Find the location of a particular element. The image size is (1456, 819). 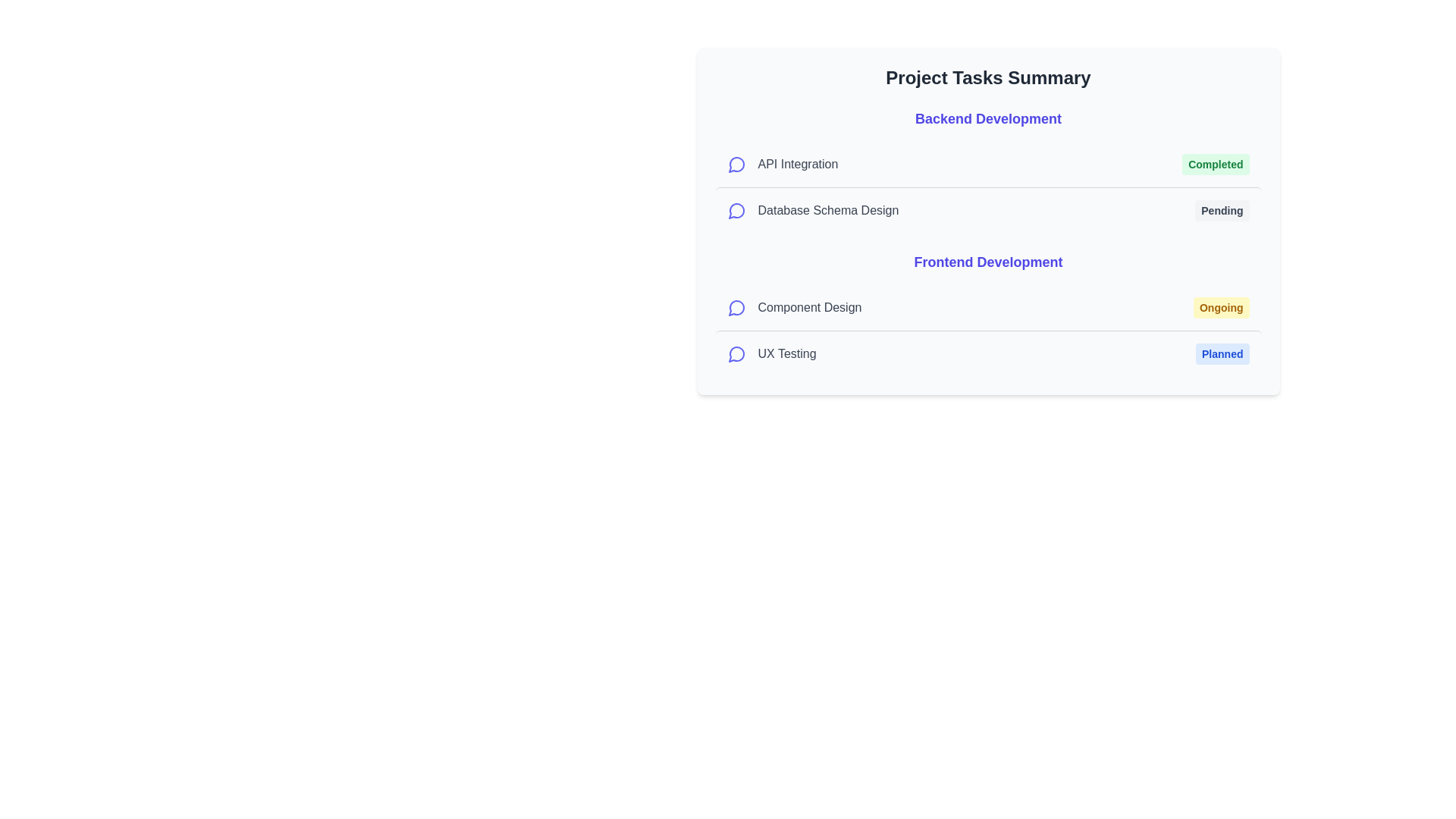

the Status label indicating the ongoing task 'Component Design' to possibly open a detailed view of the task status is located at coordinates (1221, 307).